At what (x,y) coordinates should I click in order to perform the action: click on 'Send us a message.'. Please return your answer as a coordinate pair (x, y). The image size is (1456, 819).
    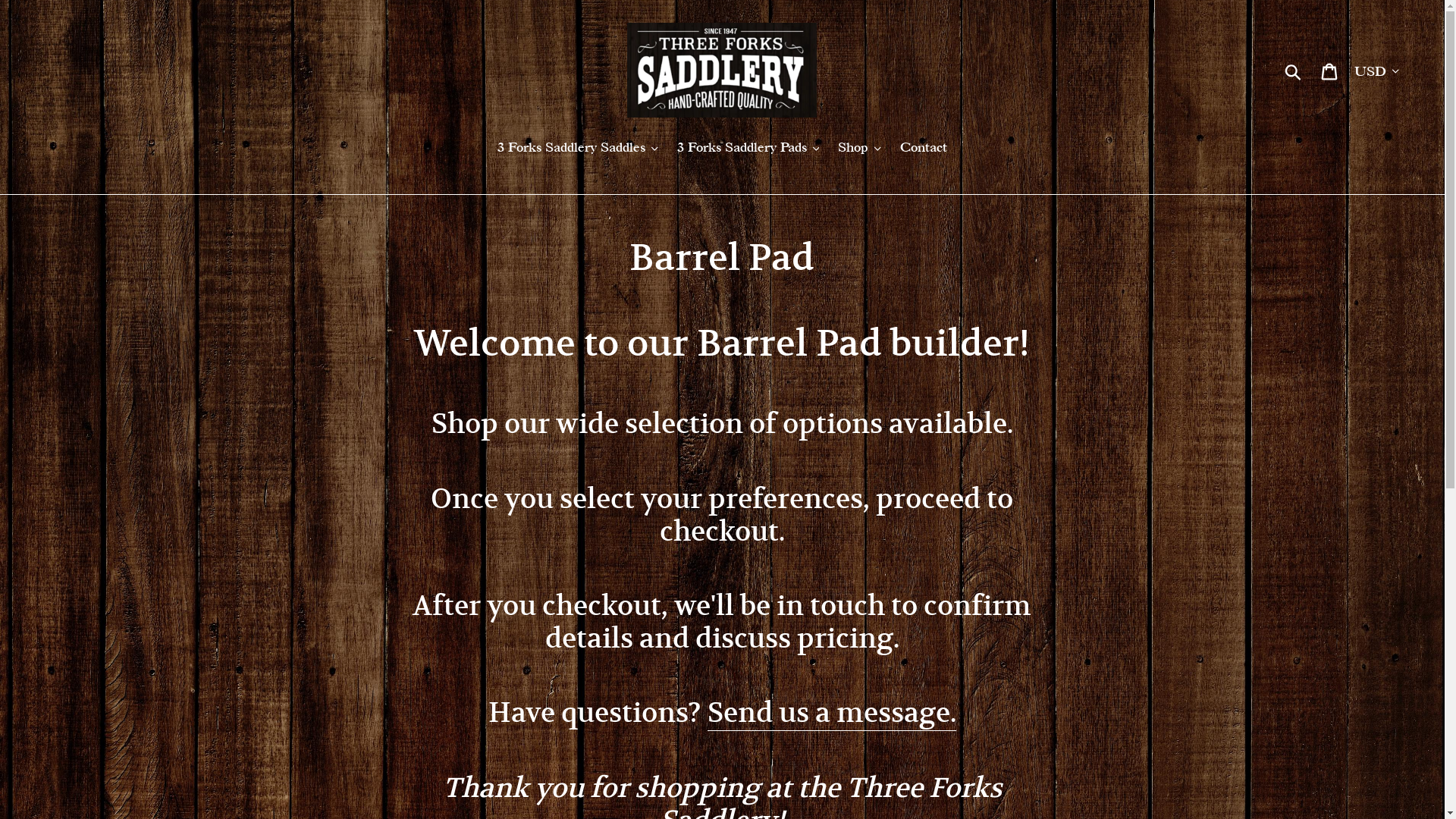
    Looking at the image, I should click on (831, 713).